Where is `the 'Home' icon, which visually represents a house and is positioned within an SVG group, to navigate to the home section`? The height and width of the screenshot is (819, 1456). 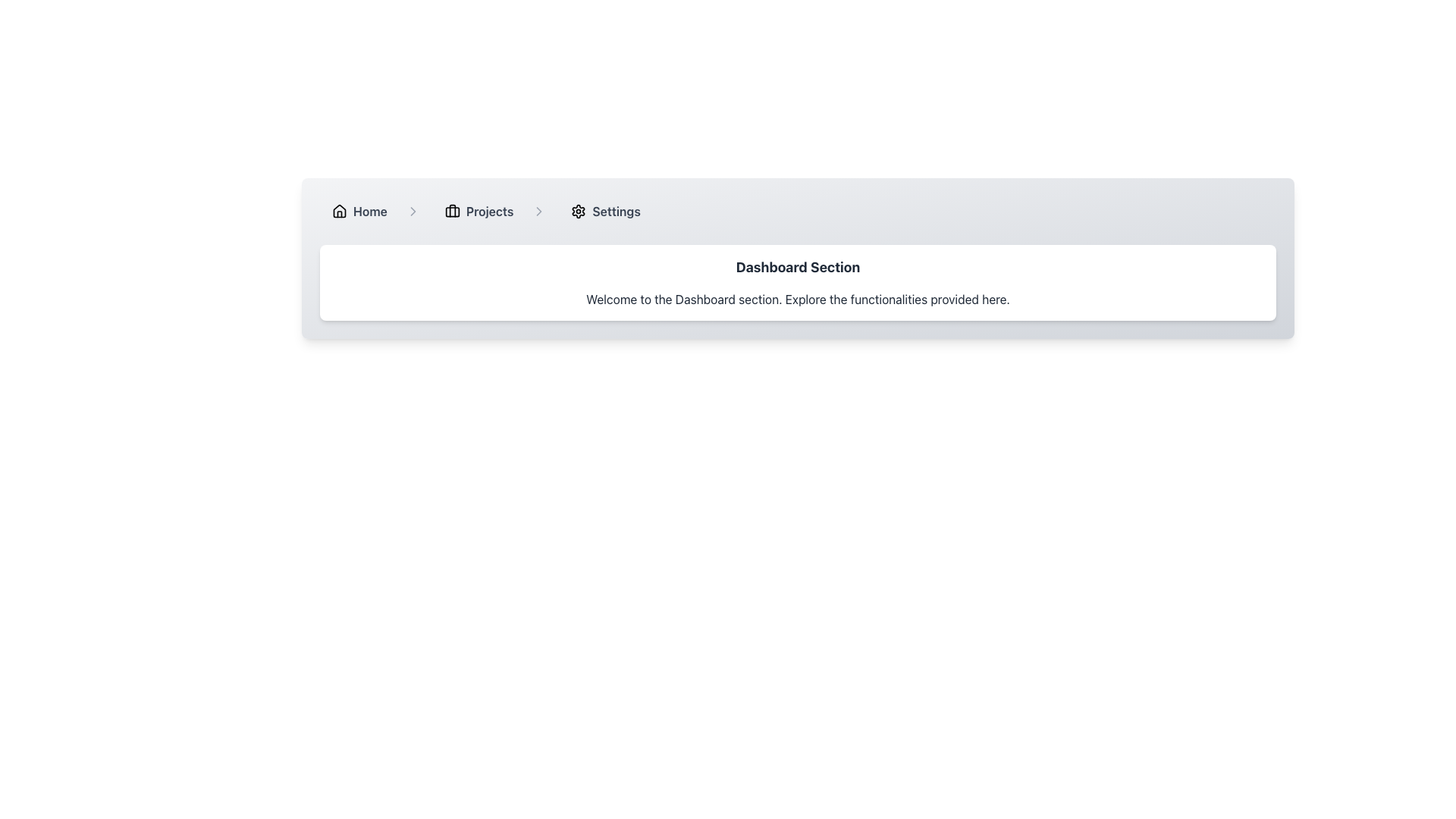
the 'Home' icon, which visually represents a house and is positioned within an SVG group, to navigate to the home section is located at coordinates (338, 210).